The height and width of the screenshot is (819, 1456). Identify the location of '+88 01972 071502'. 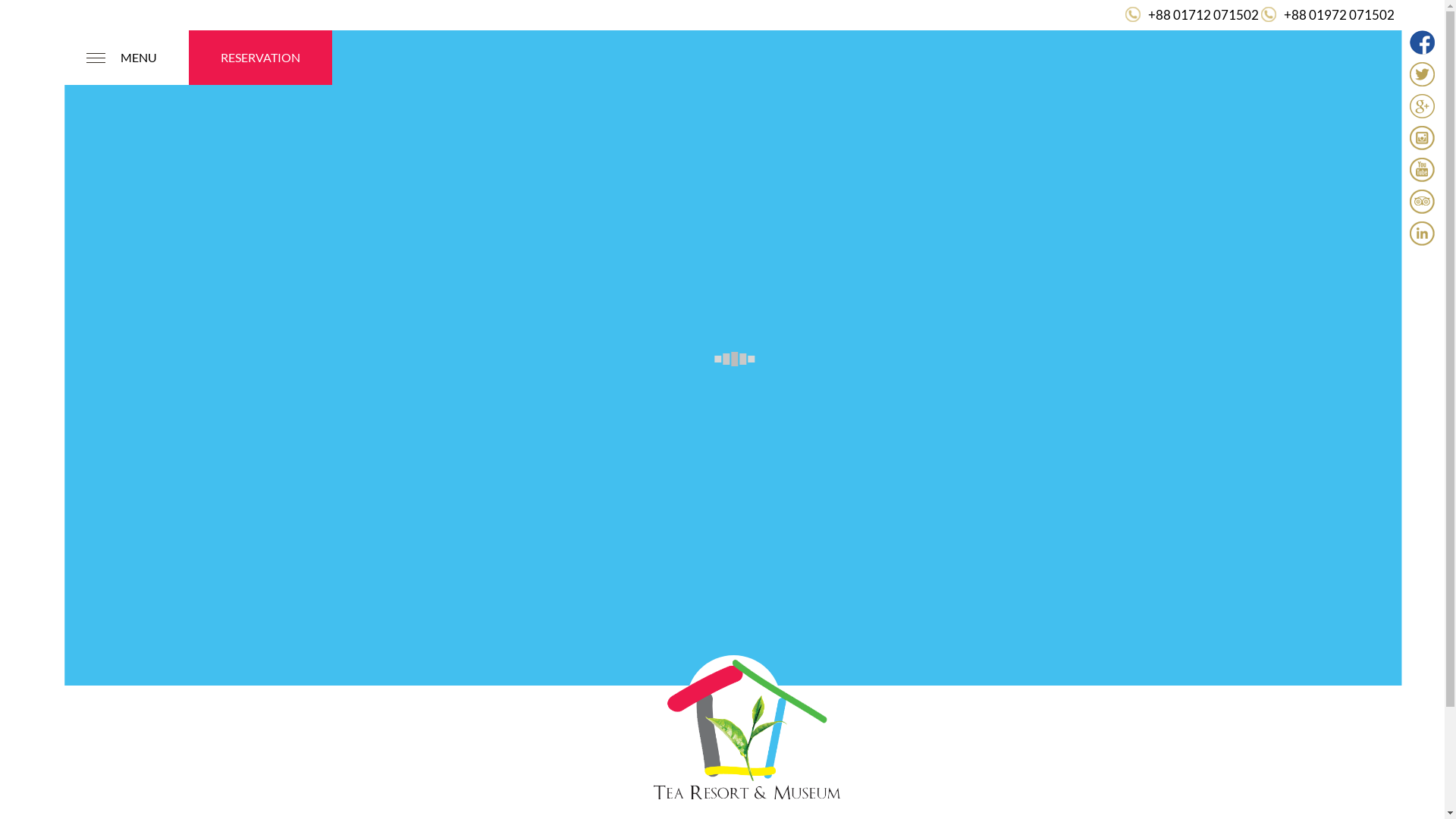
(1283, 14).